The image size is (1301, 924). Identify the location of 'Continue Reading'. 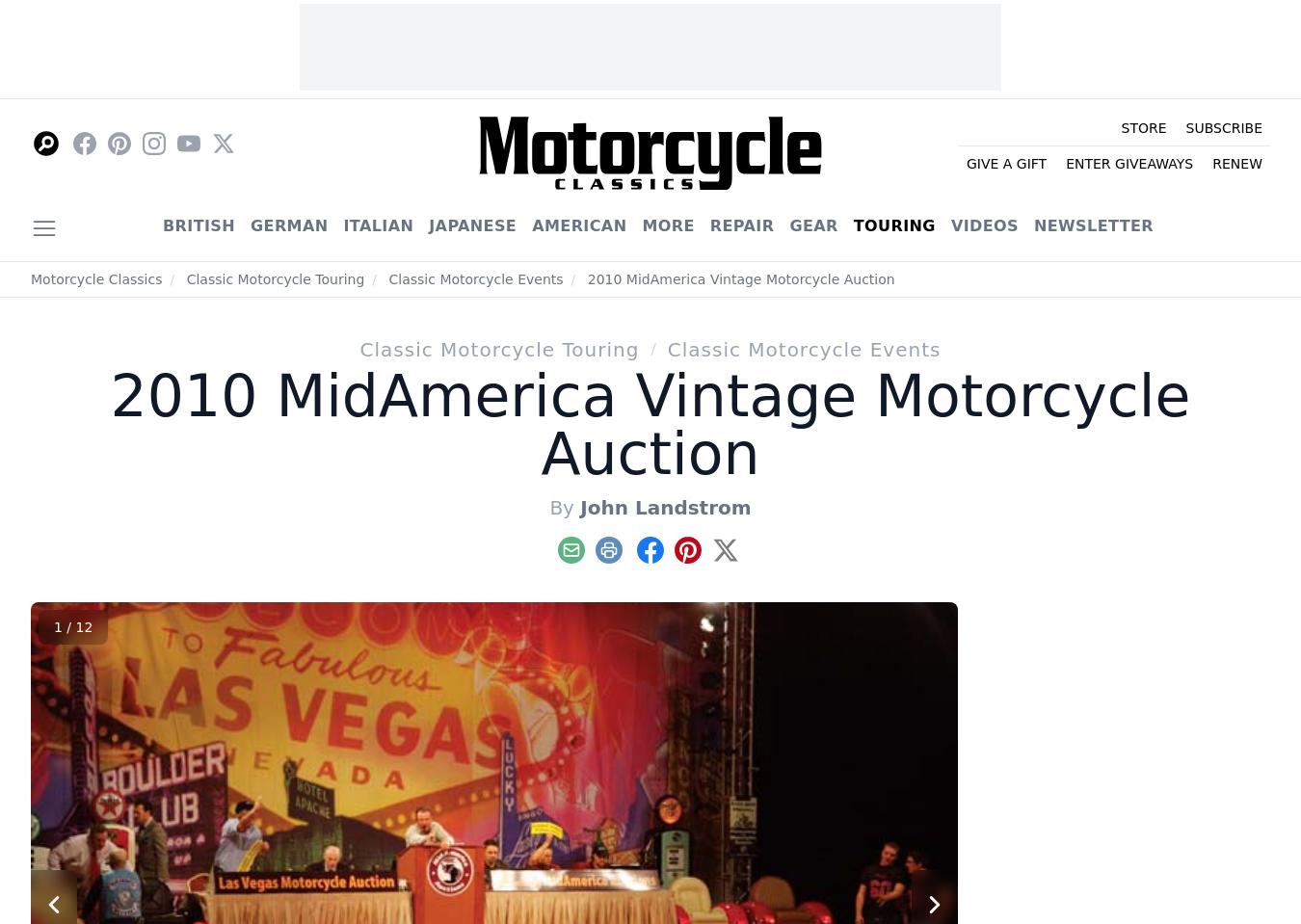
(416, 357).